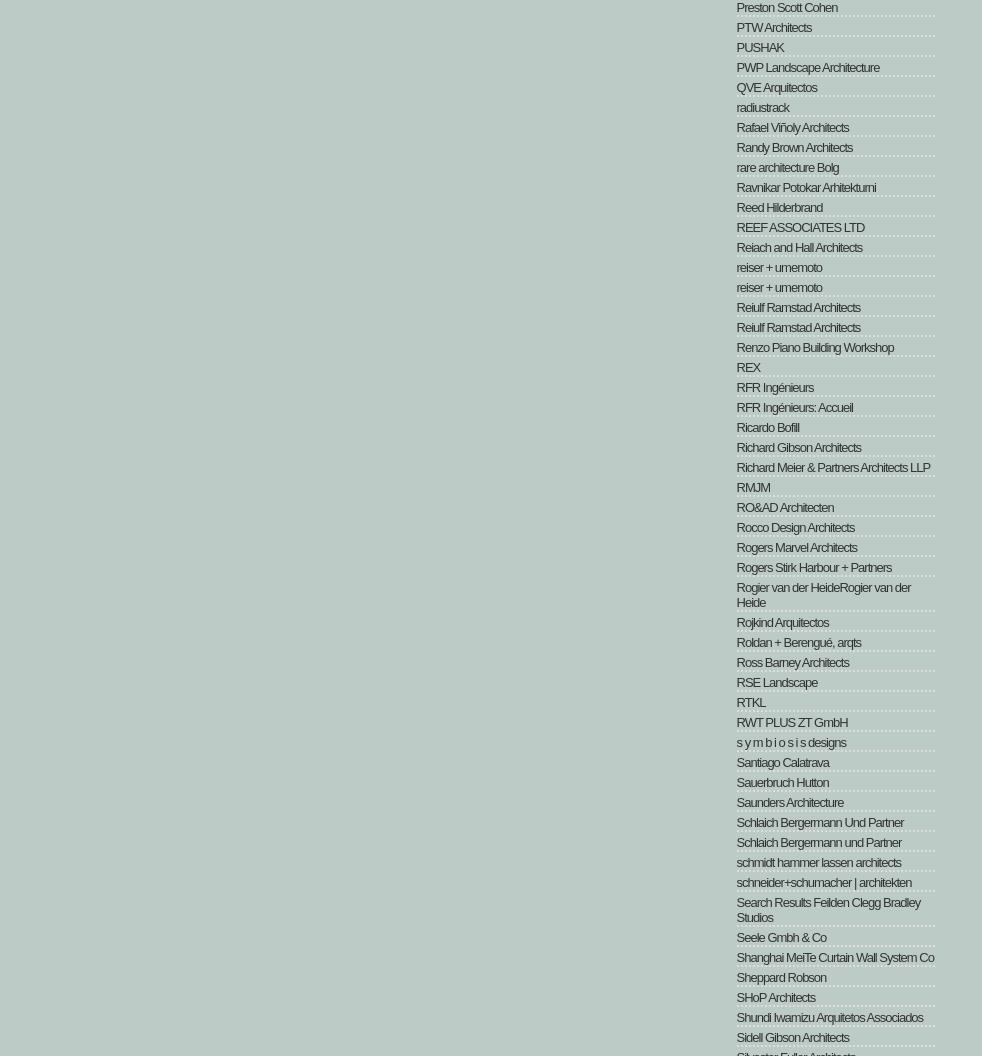 The image size is (982, 1056). Describe the element at coordinates (773, 27) in the screenshot. I see `'PTW Architects'` at that location.